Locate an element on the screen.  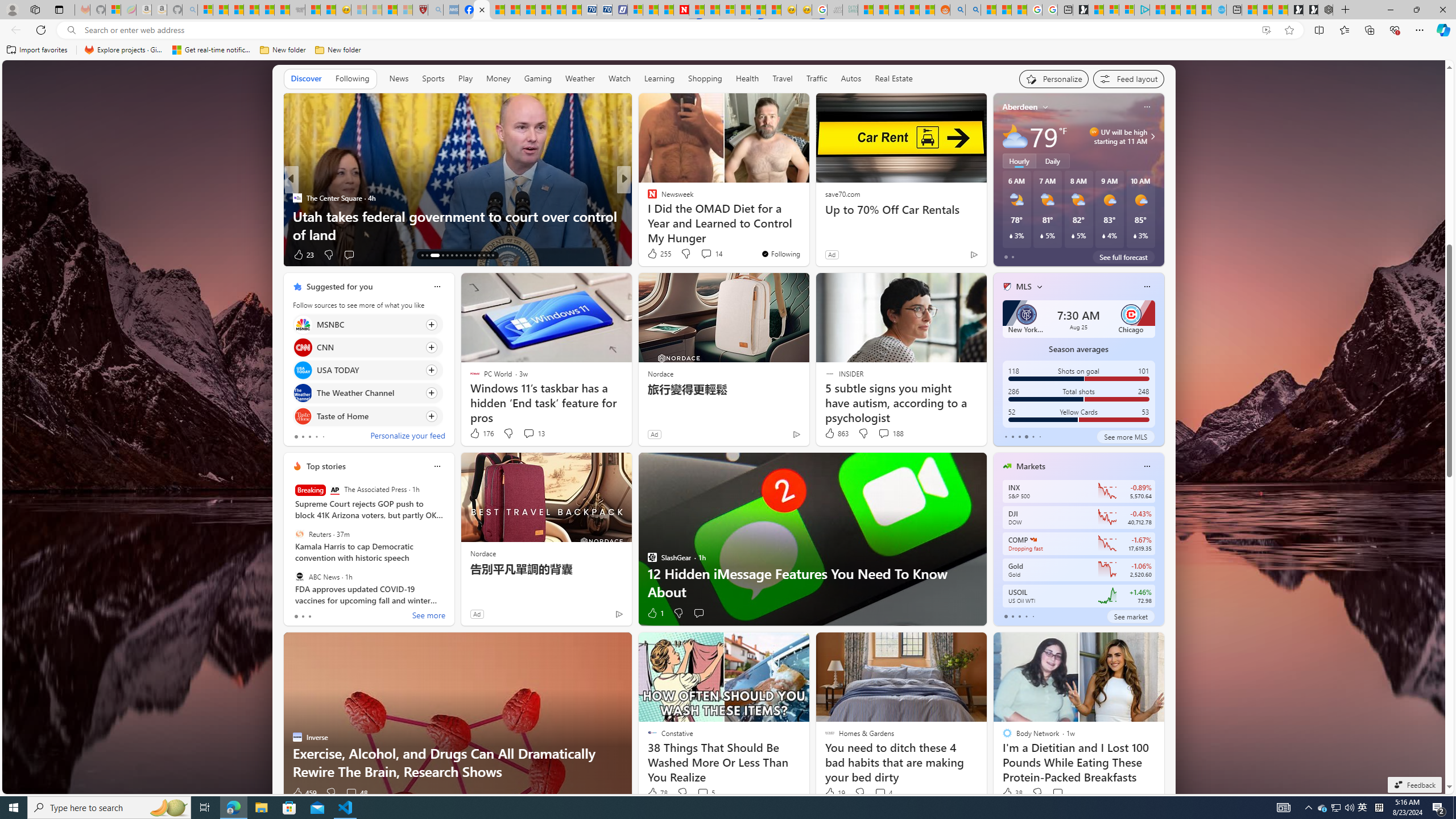
'New folder' is located at coordinates (337, 49).